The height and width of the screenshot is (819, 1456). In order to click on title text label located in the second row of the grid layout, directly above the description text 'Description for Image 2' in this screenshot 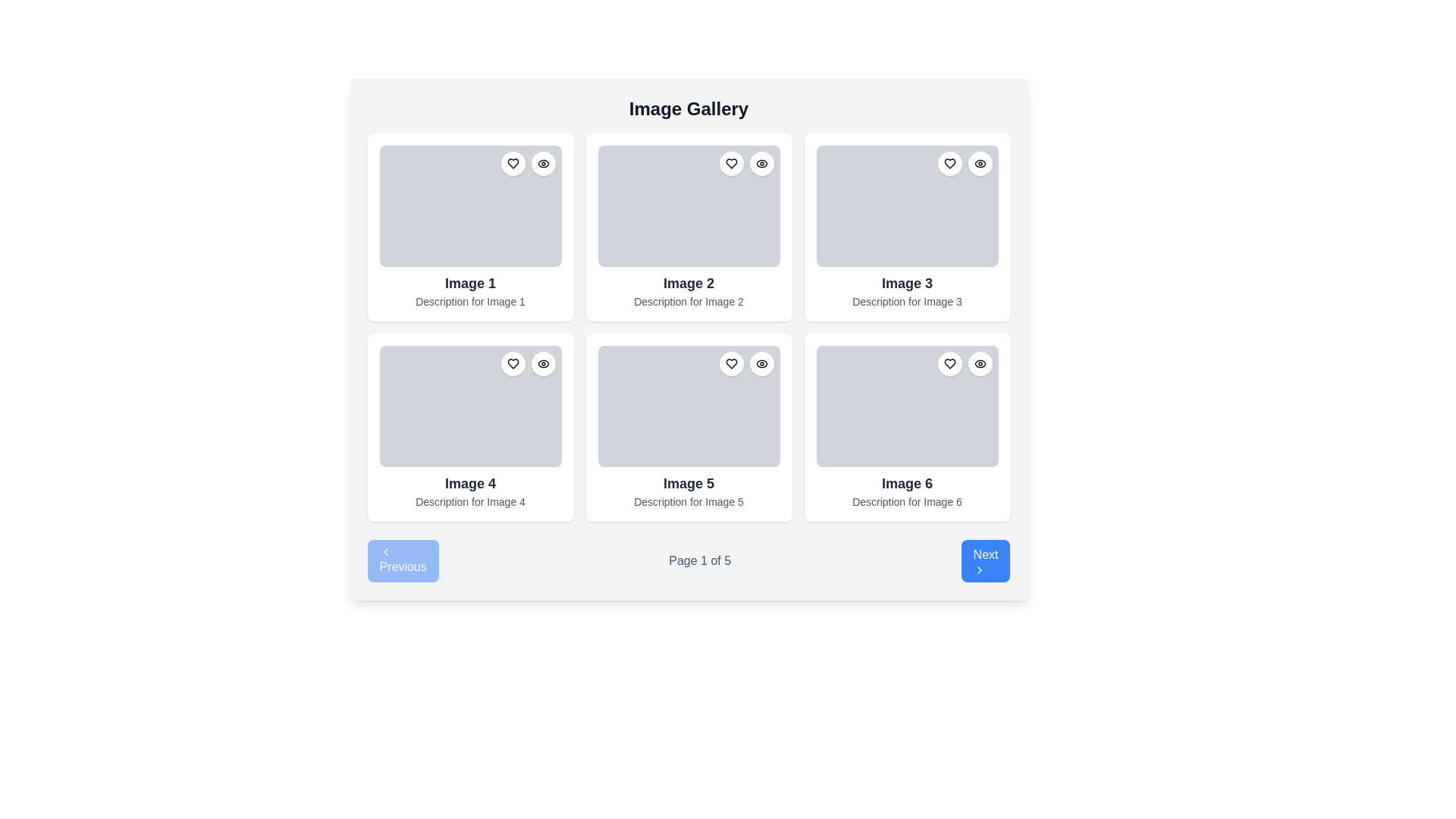, I will do `click(688, 284)`.